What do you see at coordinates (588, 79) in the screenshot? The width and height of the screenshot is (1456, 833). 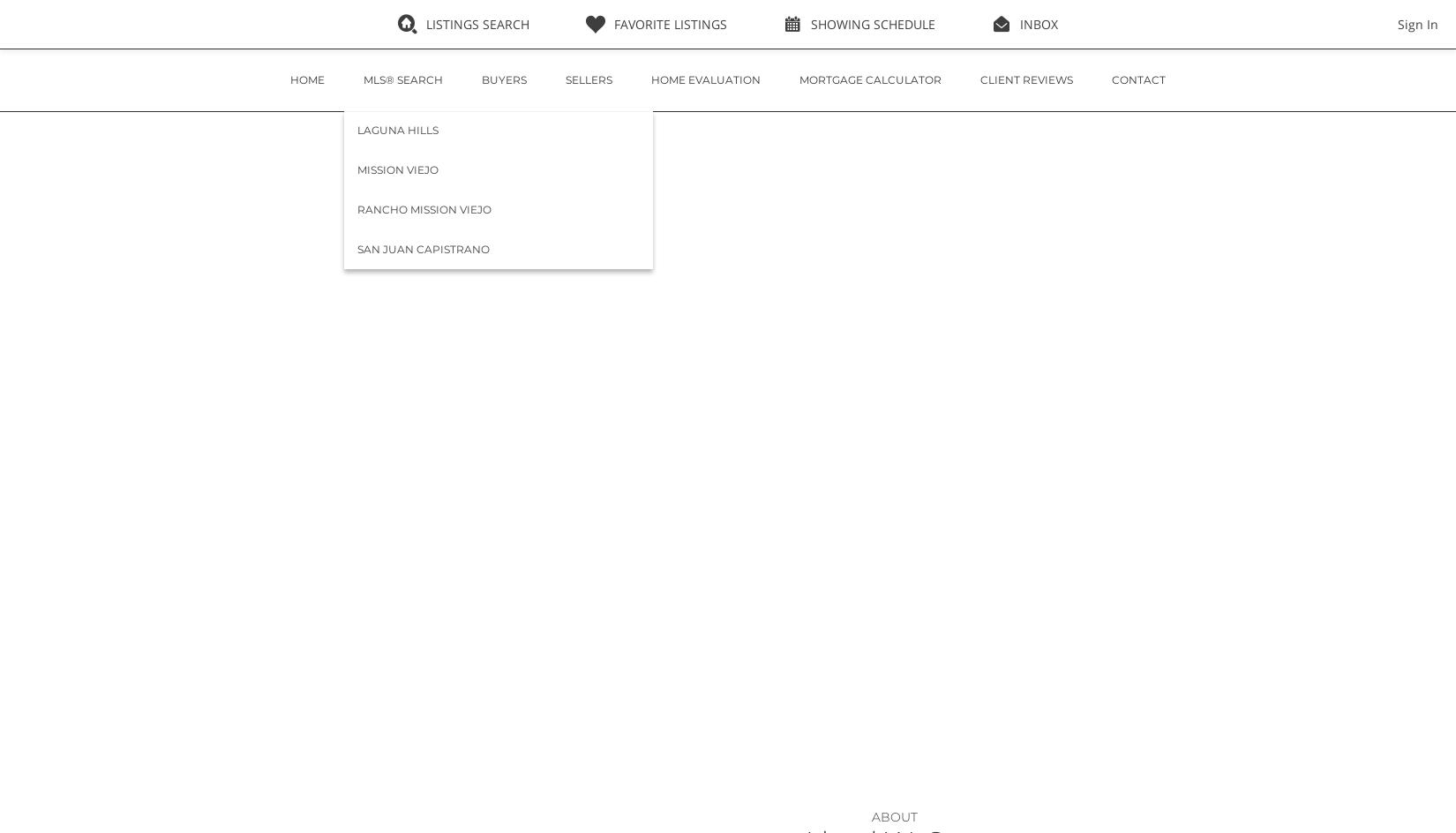 I see `'Sellers'` at bounding box center [588, 79].